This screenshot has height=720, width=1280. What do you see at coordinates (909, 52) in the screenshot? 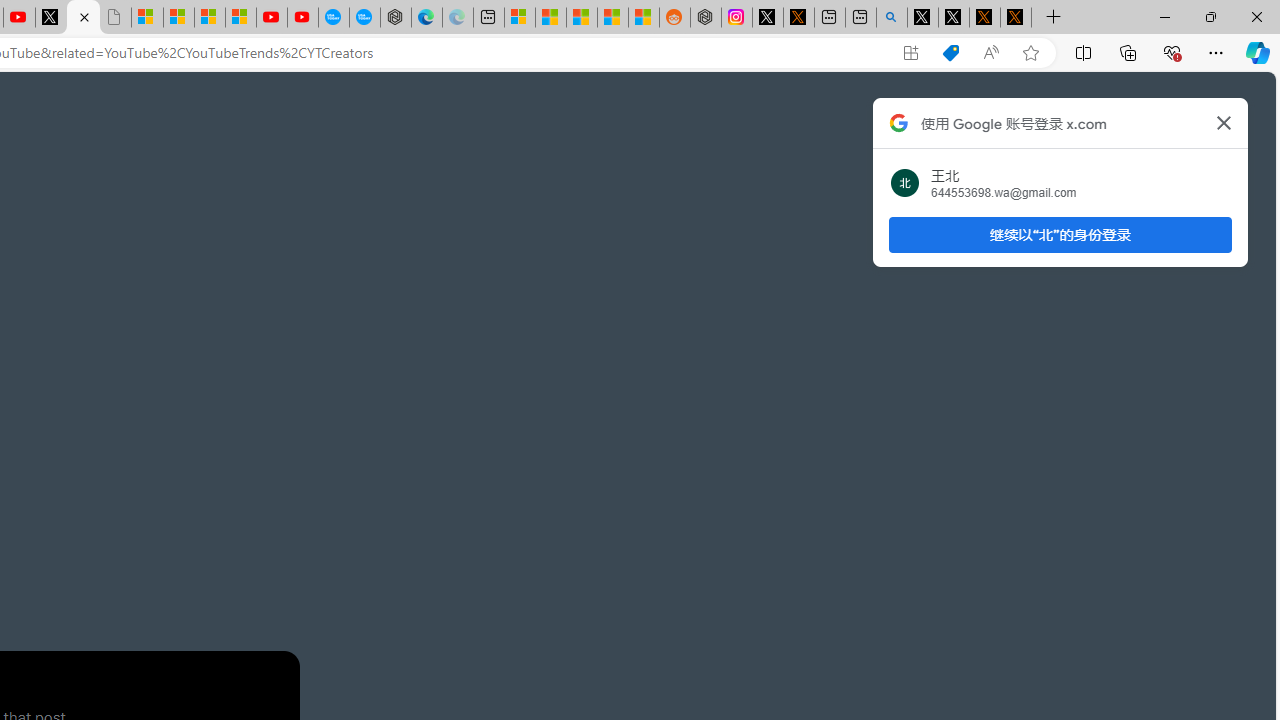
I see `'App available. Install X'` at bounding box center [909, 52].